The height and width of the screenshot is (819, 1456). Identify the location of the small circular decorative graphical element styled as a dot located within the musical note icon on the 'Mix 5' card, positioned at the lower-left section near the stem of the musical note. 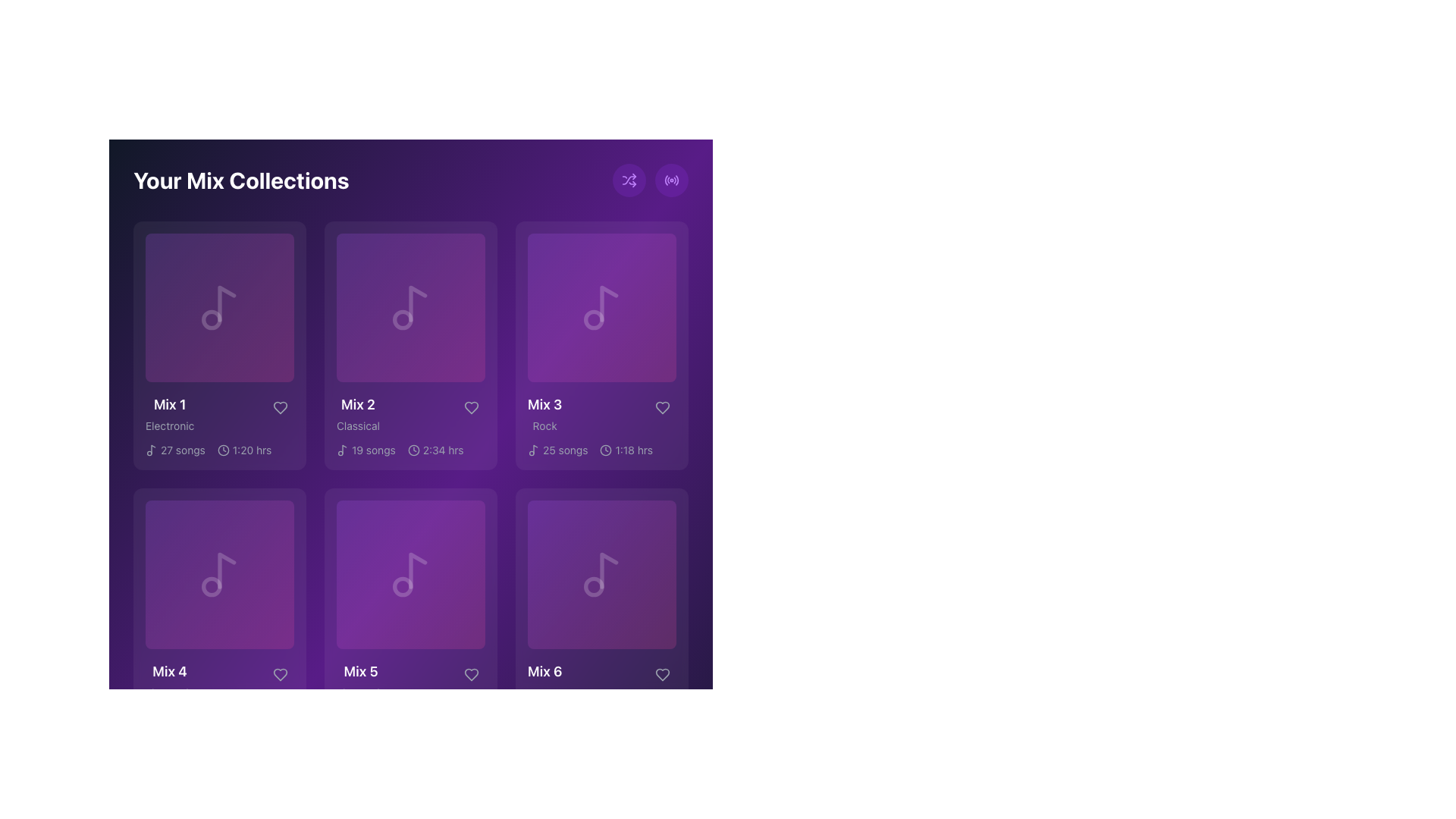
(403, 586).